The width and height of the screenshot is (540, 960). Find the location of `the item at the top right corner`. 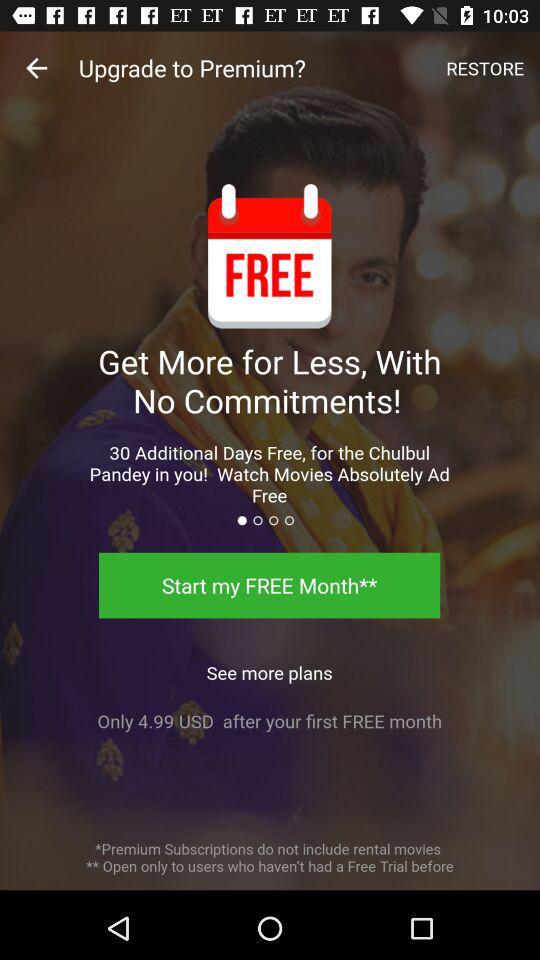

the item at the top right corner is located at coordinates (484, 68).